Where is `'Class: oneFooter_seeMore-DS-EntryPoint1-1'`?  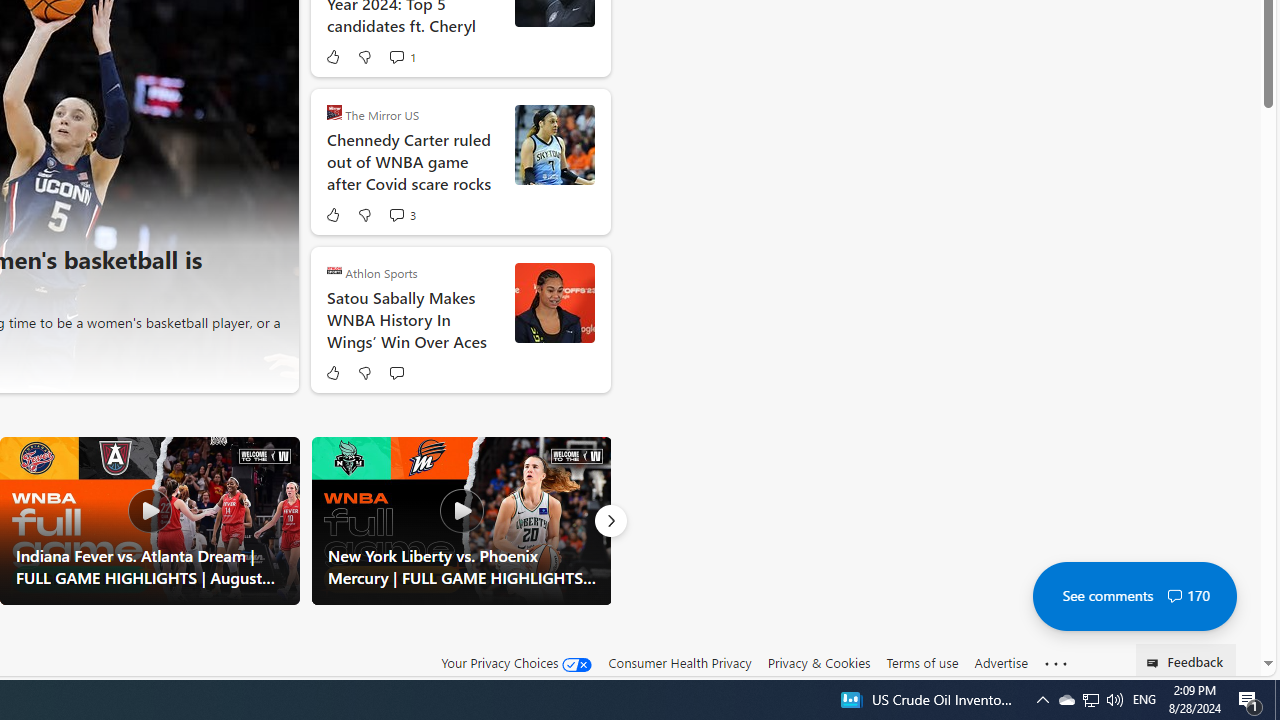 'Class: oneFooter_seeMore-DS-EntryPoint1-1' is located at coordinates (1055, 663).